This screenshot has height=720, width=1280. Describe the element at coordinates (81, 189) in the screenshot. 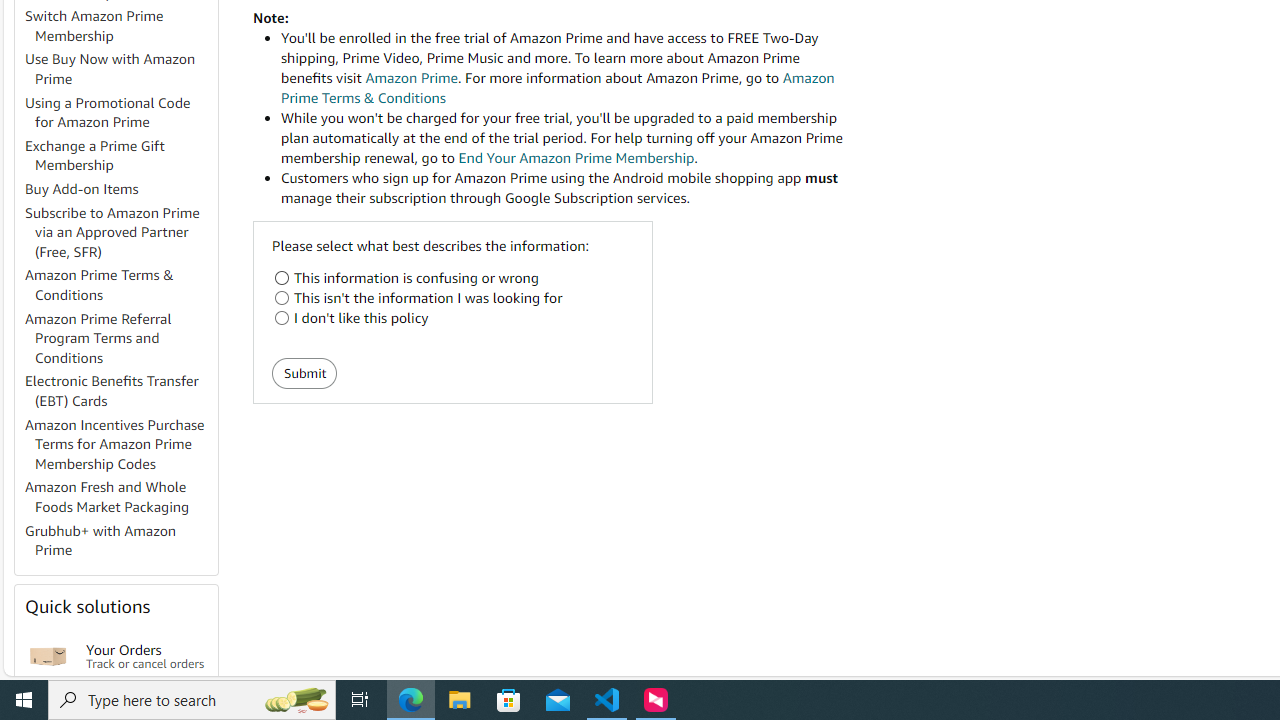

I see `'Buy Add-on Items'` at that location.